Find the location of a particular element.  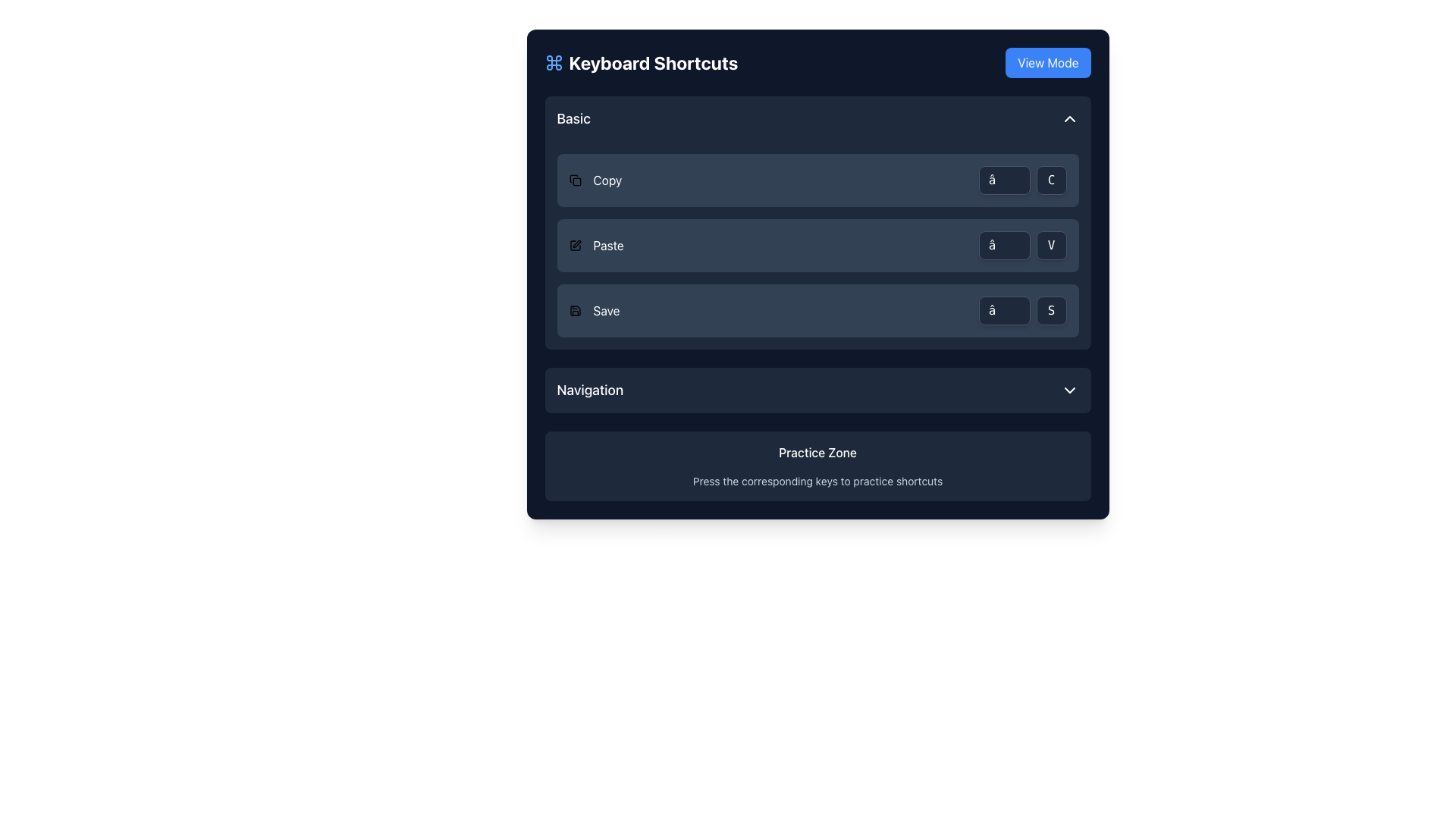

the first Static display row in the 'Keyboard Shortcuts' panel that displays the 'Copy' command and its keyboard shortcut is located at coordinates (817, 180).